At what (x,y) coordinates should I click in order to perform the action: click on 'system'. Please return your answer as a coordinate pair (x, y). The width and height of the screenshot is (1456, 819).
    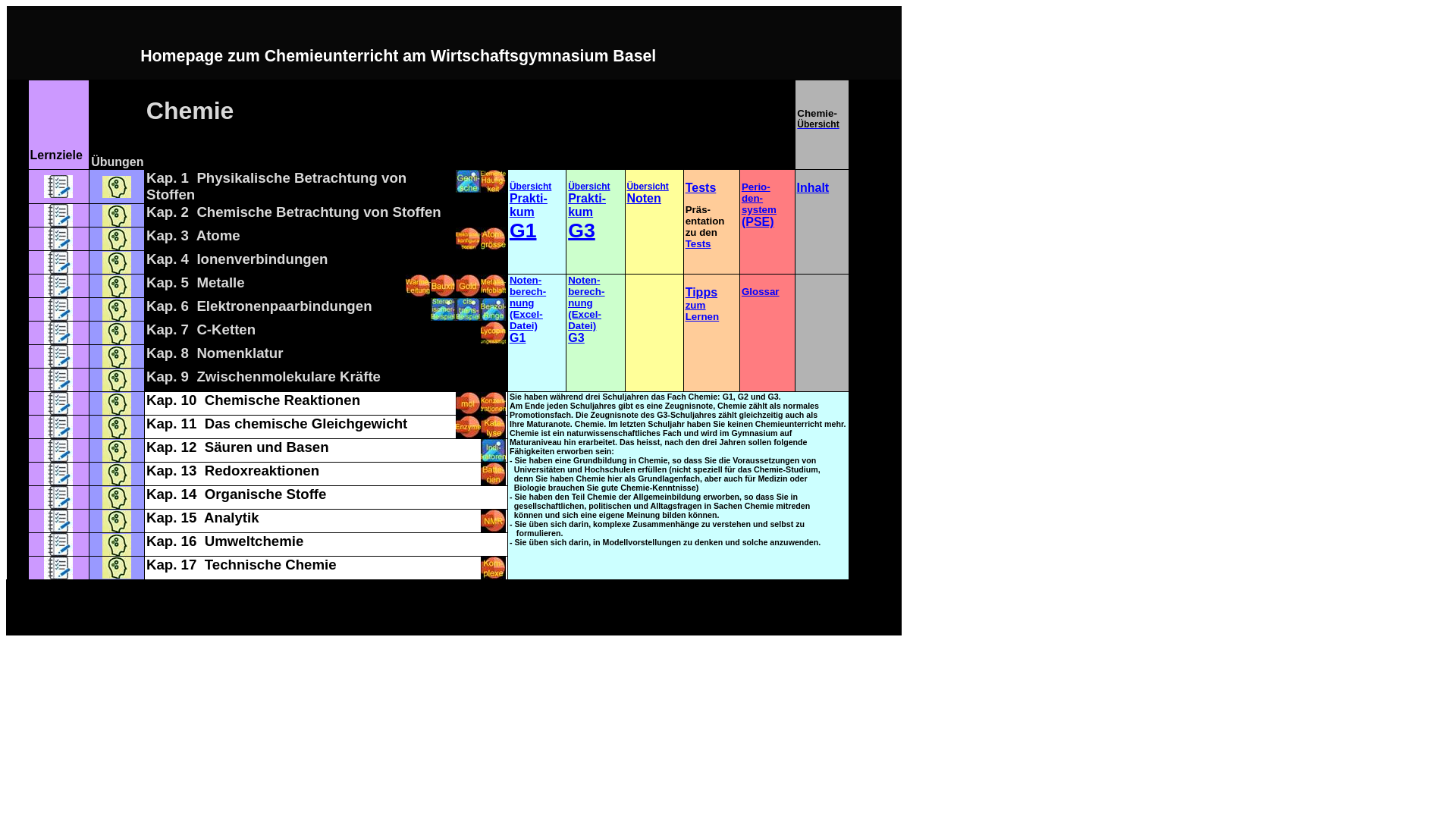
    Looking at the image, I should click on (759, 209).